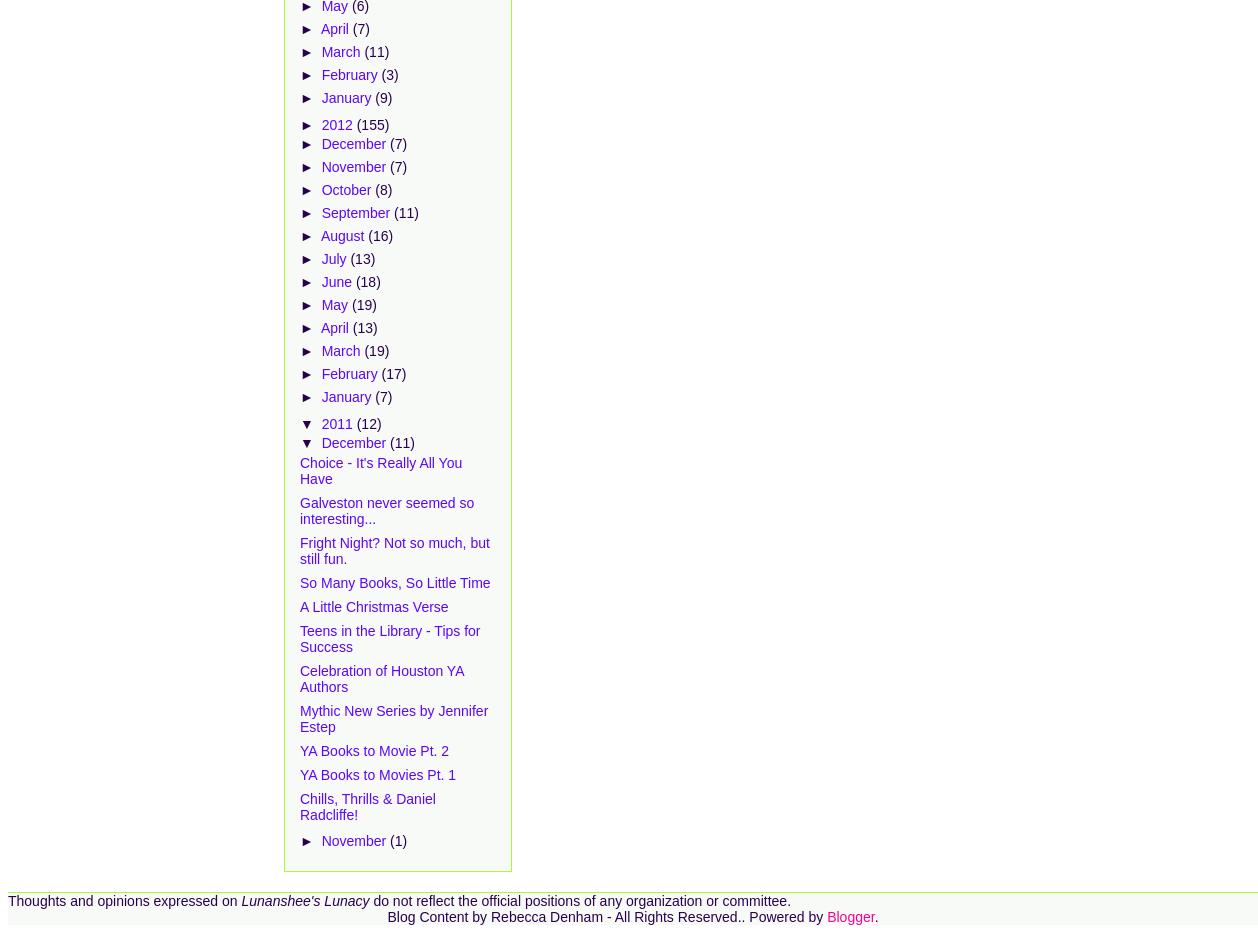  Describe the element at coordinates (374, 190) in the screenshot. I see `'(8)'` at that location.